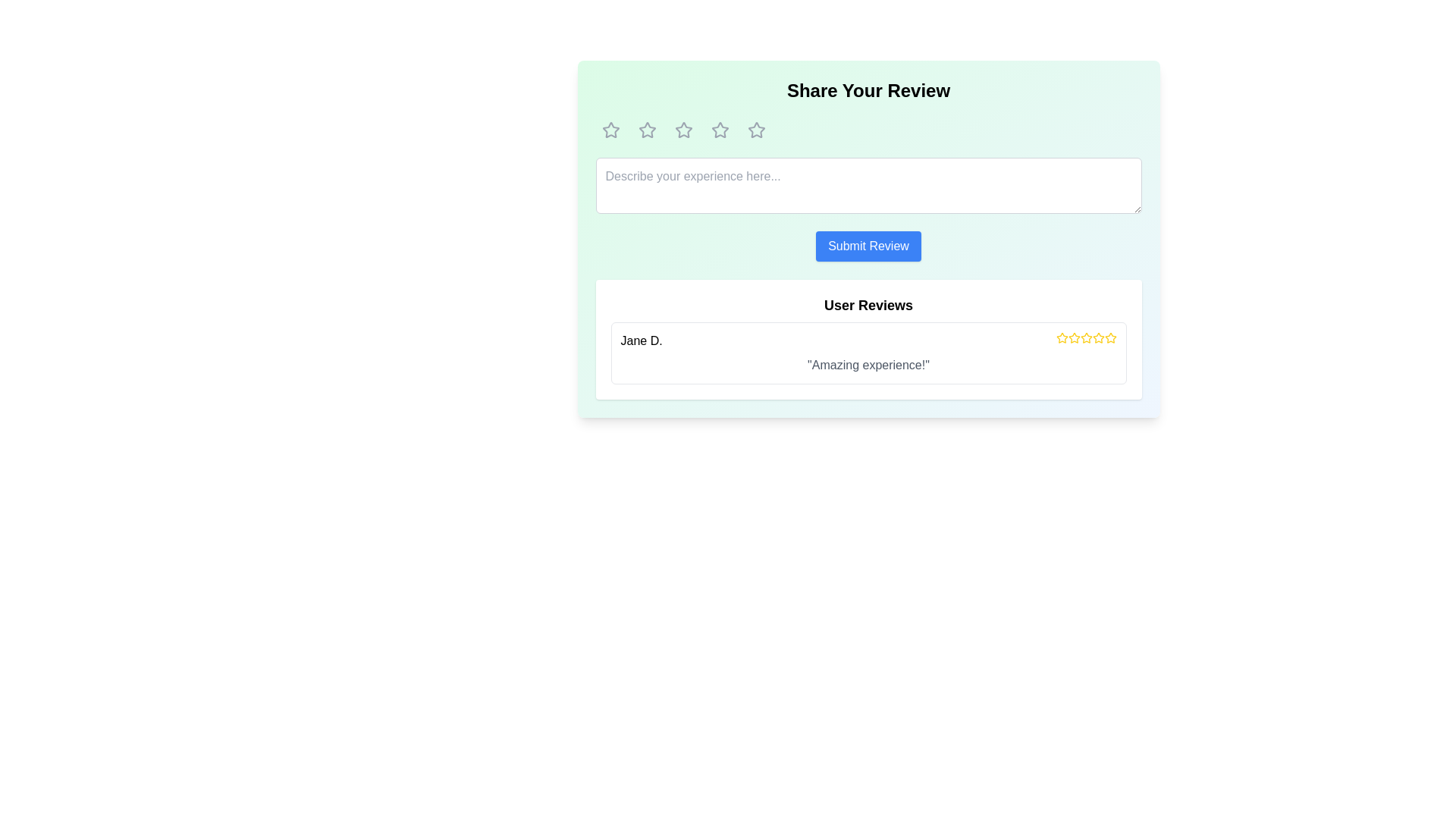 This screenshot has width=1456, height=819. Describe the element at coordinates (868, 245) in the screenshot. I see `the 'Submit Review' button, which is a rectangular button with rounded corners, white text on a blue background, located centrally below the input field in the review form section` at that location.